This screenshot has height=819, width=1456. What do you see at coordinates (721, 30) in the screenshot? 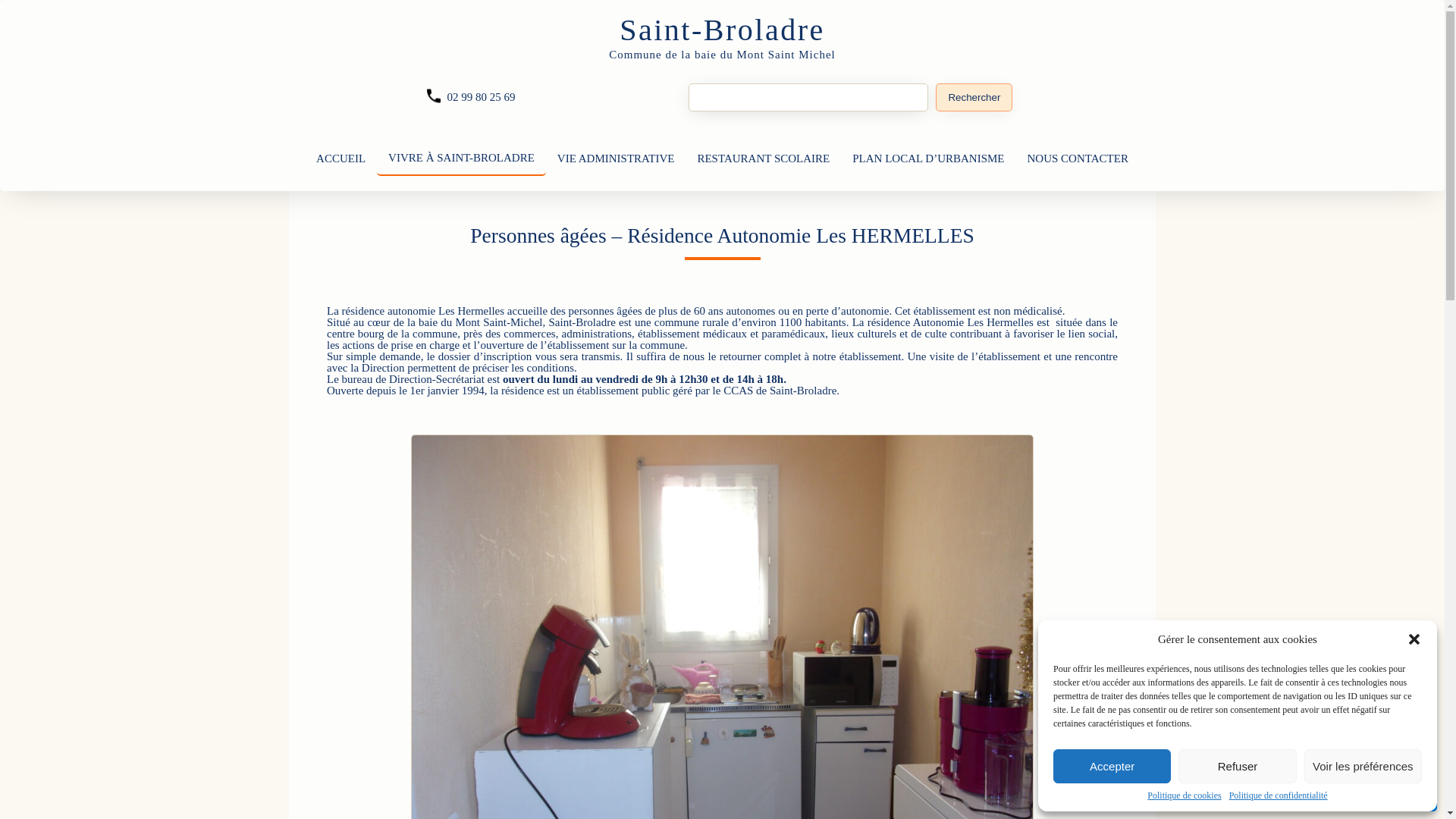
I see `'Saint-Broladre'` at bounding box center [721, 30].